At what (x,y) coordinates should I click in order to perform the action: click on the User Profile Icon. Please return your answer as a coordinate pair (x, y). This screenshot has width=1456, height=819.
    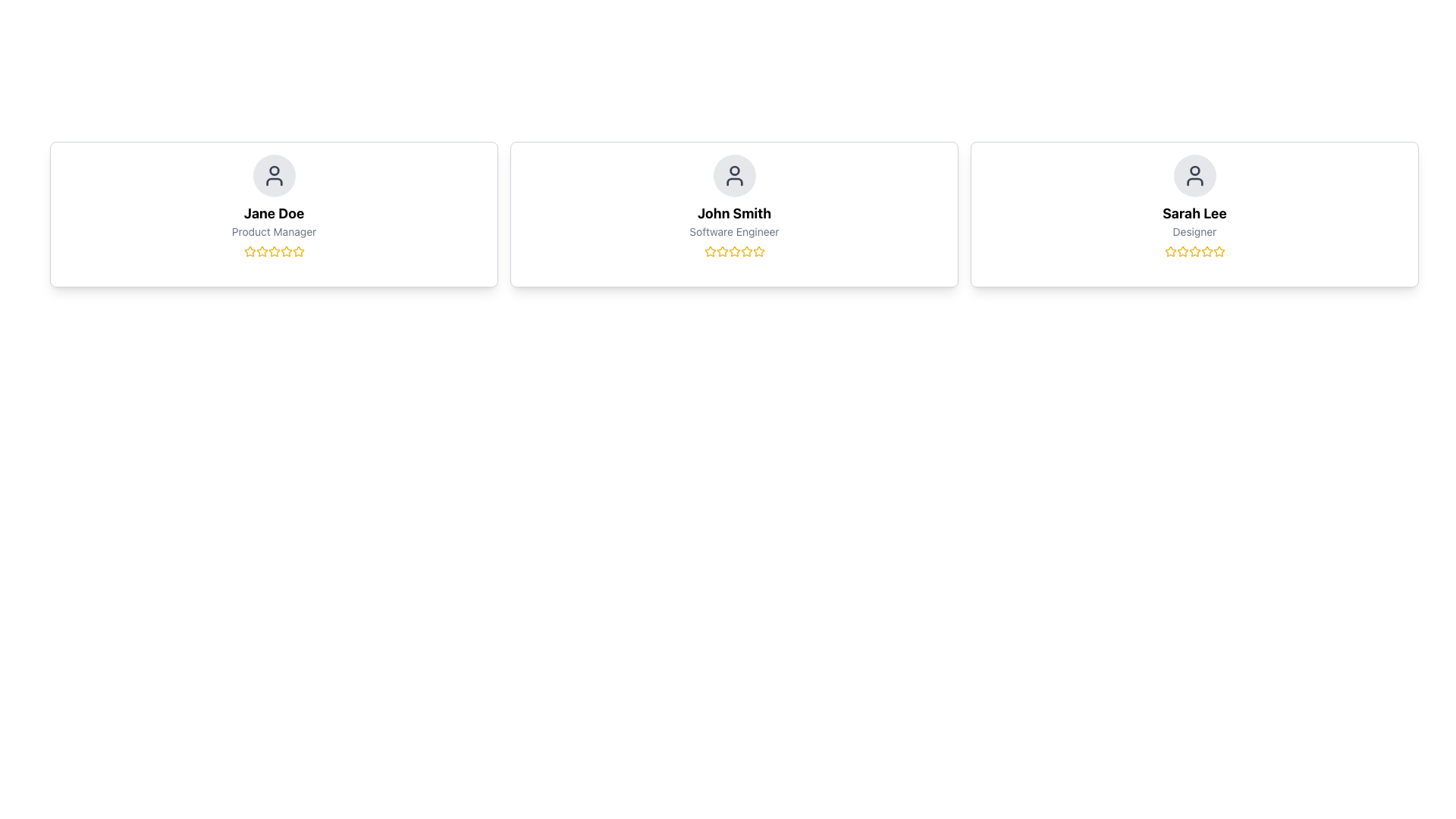
    Looking at the image, I should click on (734, 174).